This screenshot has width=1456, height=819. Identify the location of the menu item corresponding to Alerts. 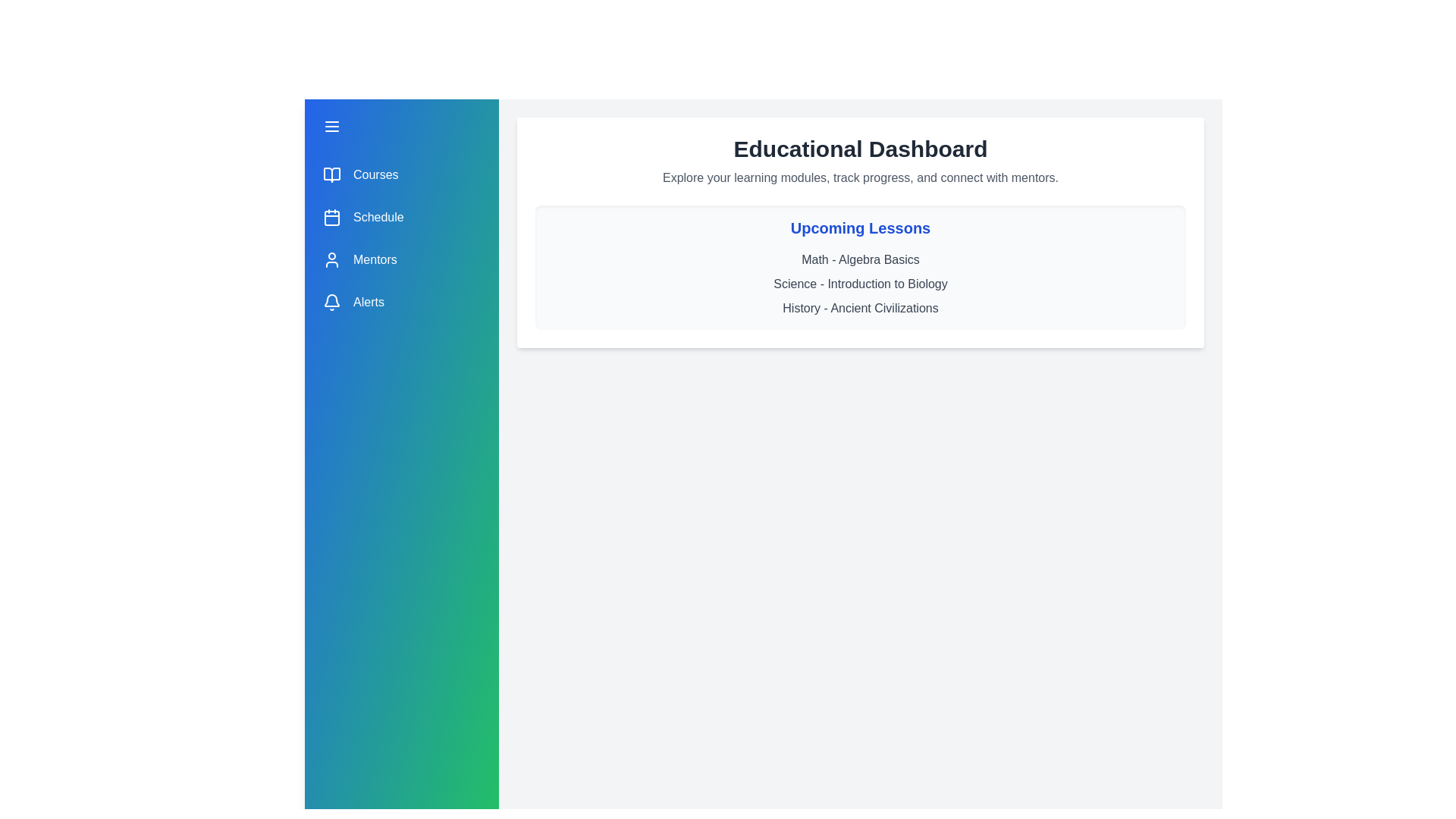
(401, 302).